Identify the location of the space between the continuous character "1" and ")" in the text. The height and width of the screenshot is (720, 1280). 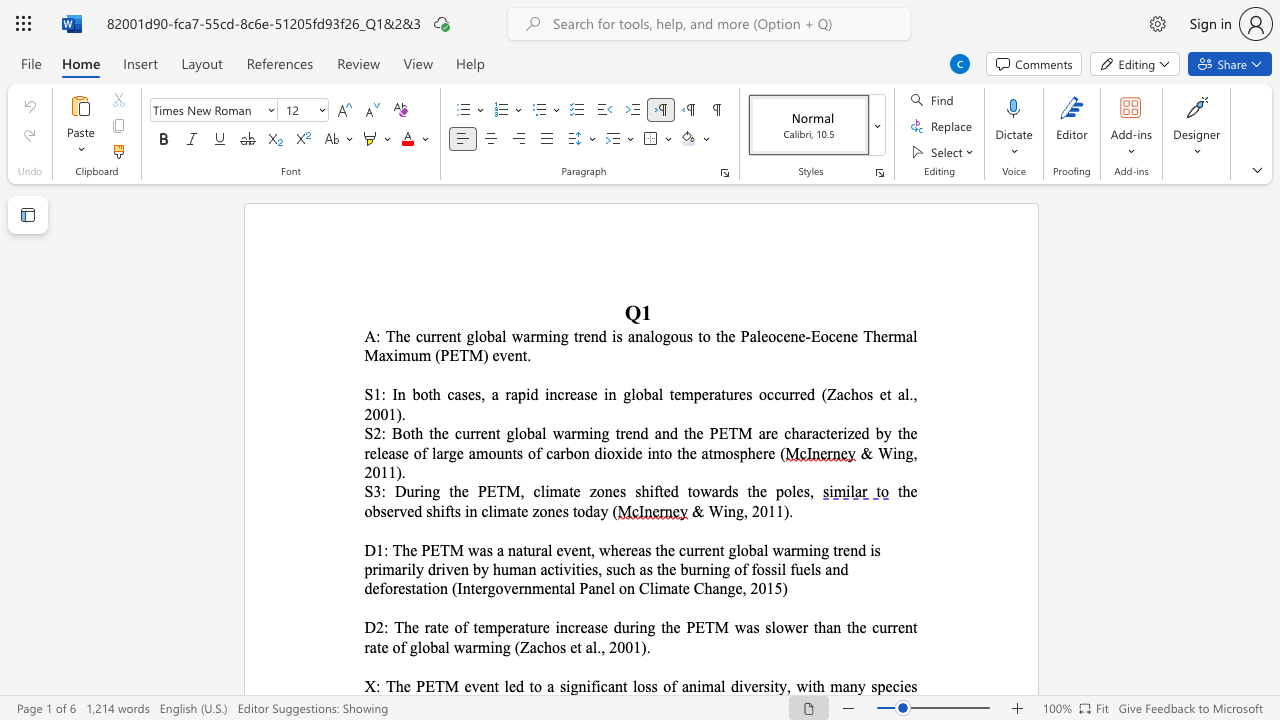
(640, 647).